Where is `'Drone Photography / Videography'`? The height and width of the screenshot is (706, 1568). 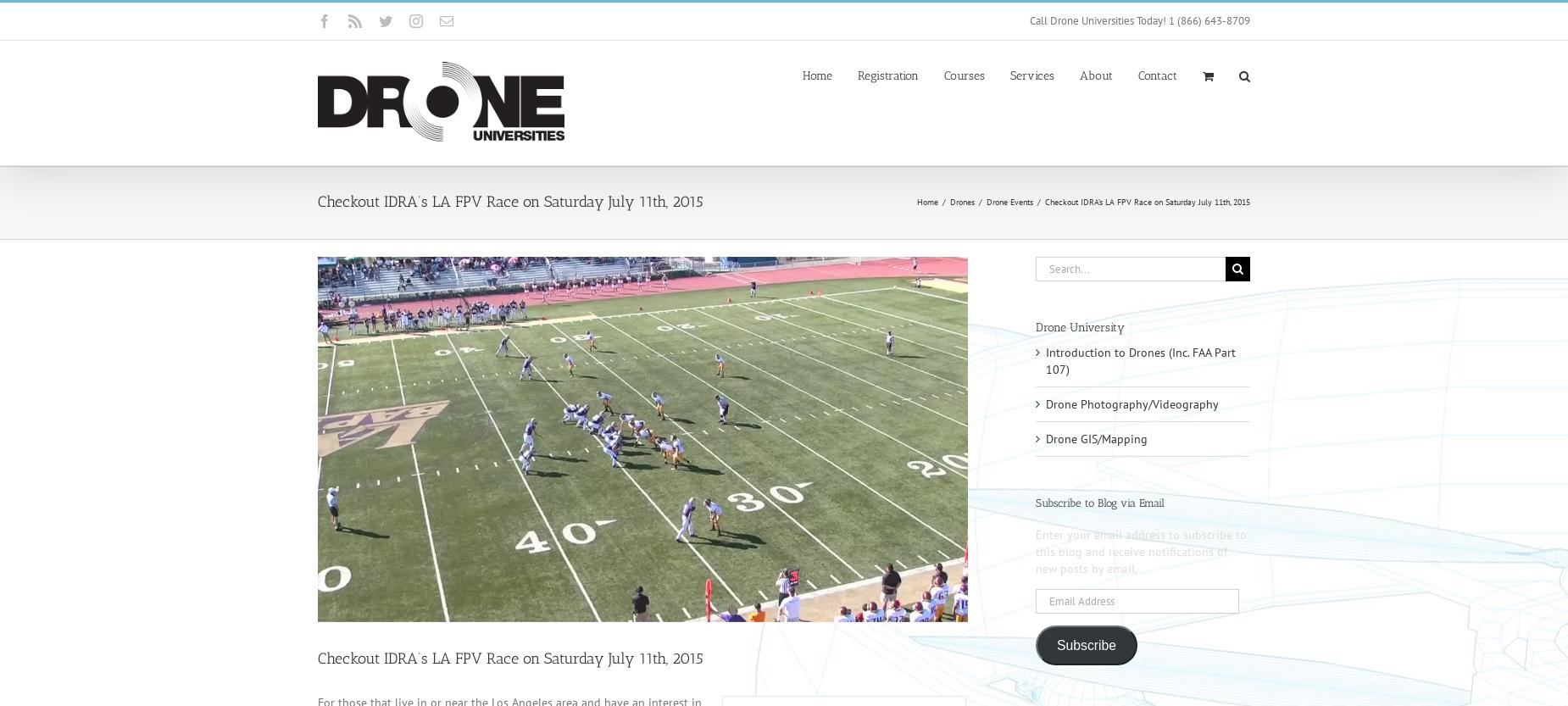
'Drone Photography / Videography' is located at coordinates (928, 184).